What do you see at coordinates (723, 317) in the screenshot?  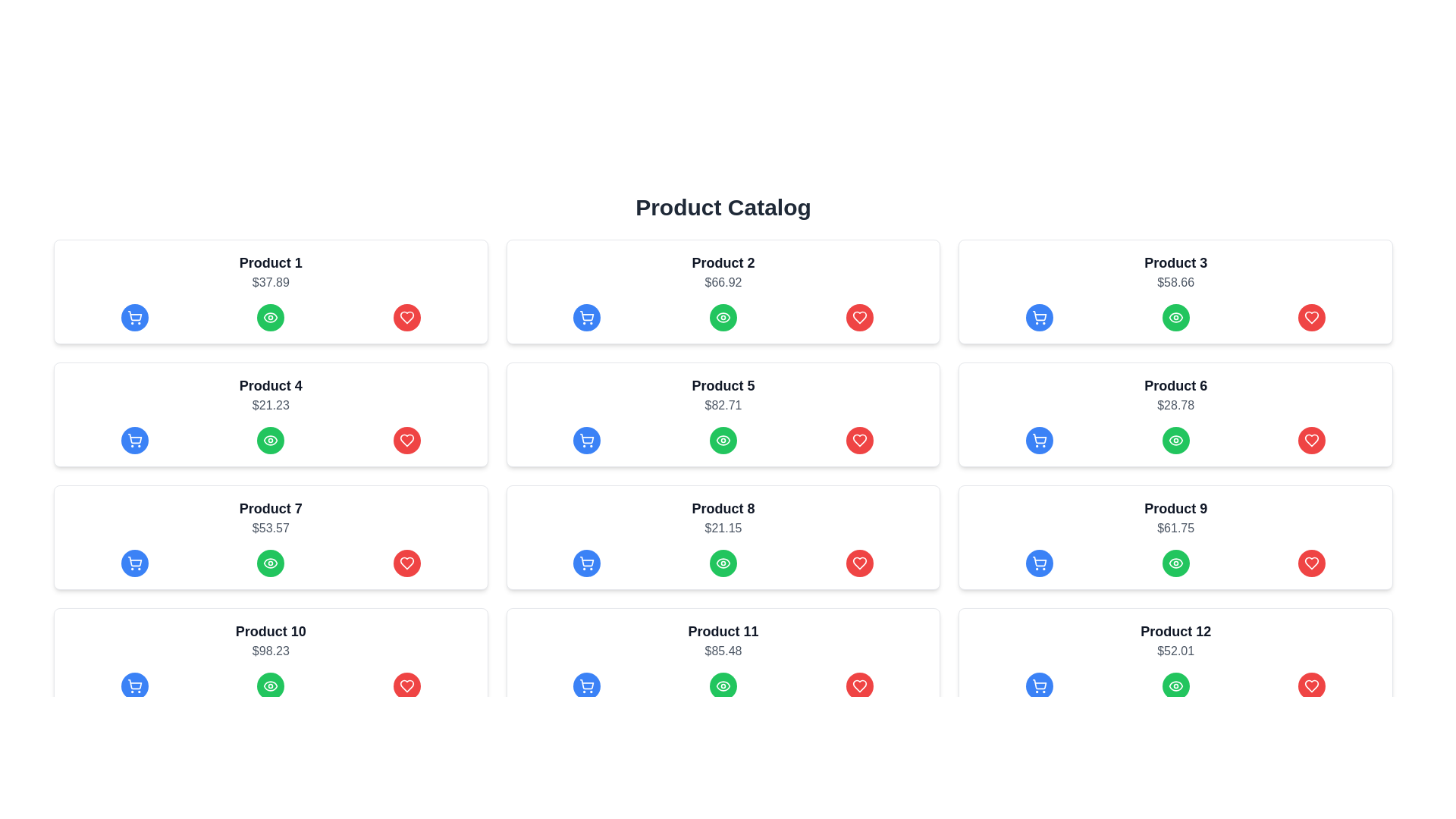 I see `the circular green button with a white eye-shaped icon at its center` at bounding box center [723, 317].